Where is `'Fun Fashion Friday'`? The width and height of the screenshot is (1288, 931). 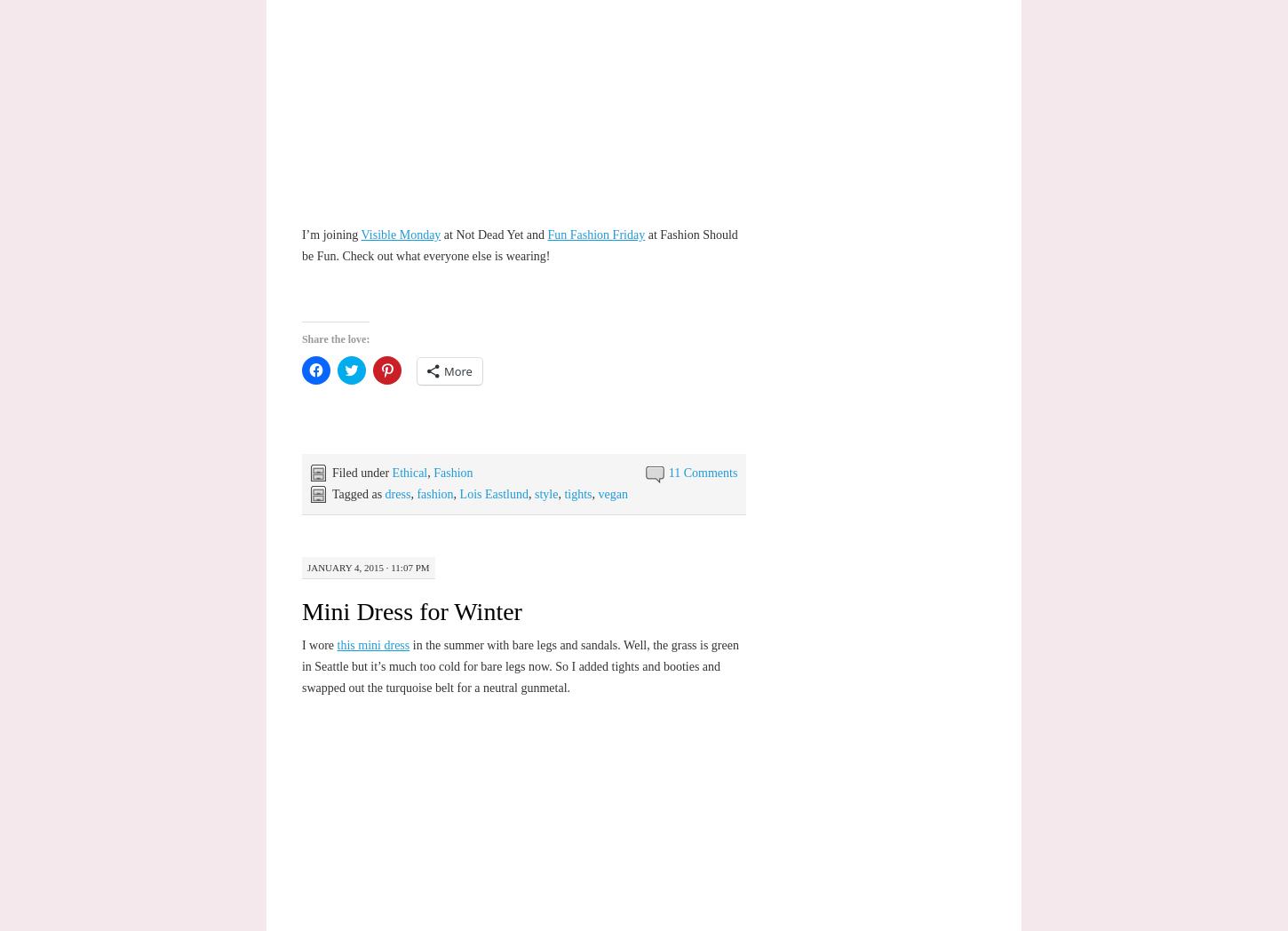 'Fun Fashion Friday' is located at coordinates (595, 234).